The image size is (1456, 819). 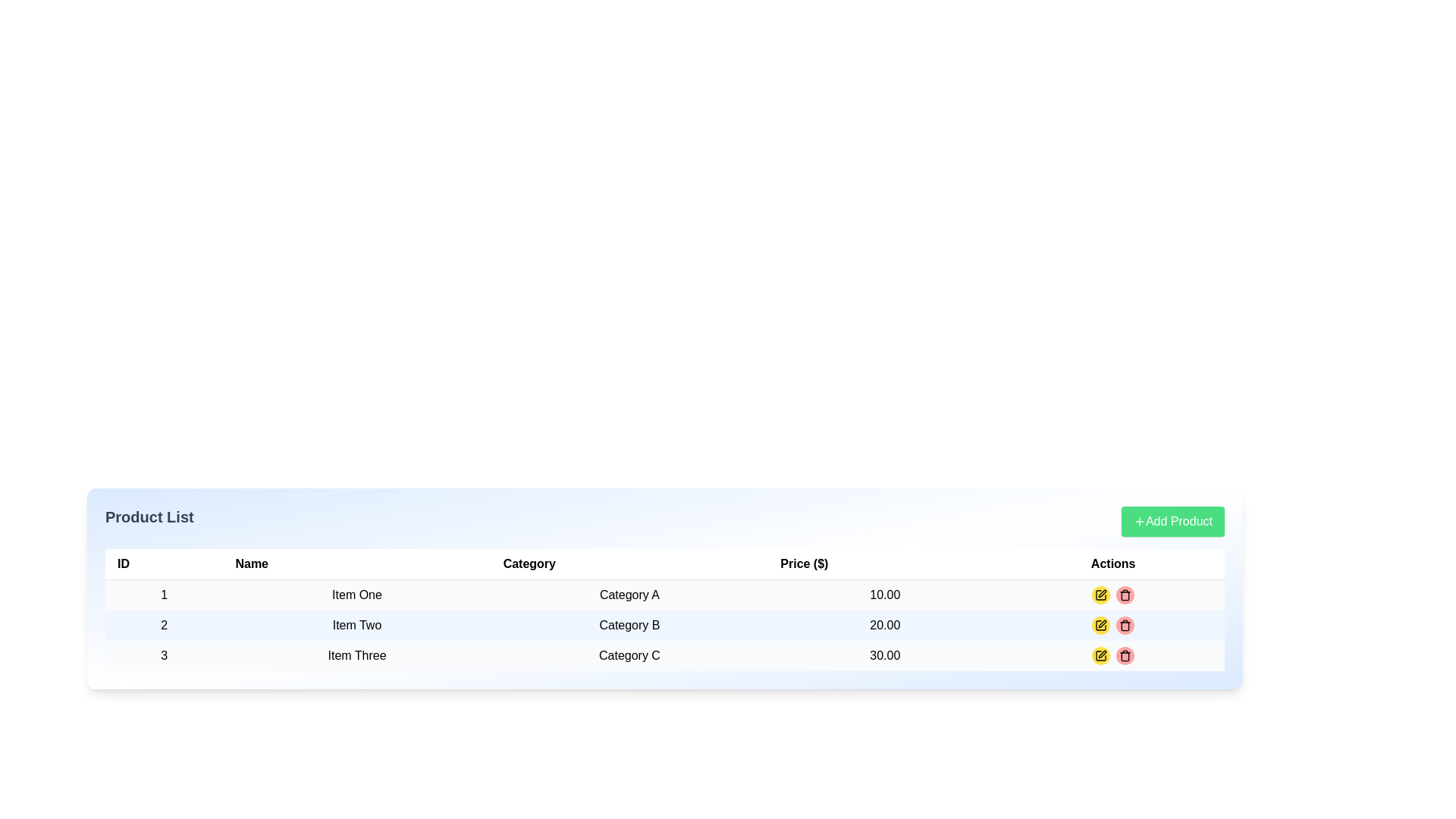 I want to click on the third row of the table that displays item details including ID, Name, Category, and Price, so click(x=665, y=654).